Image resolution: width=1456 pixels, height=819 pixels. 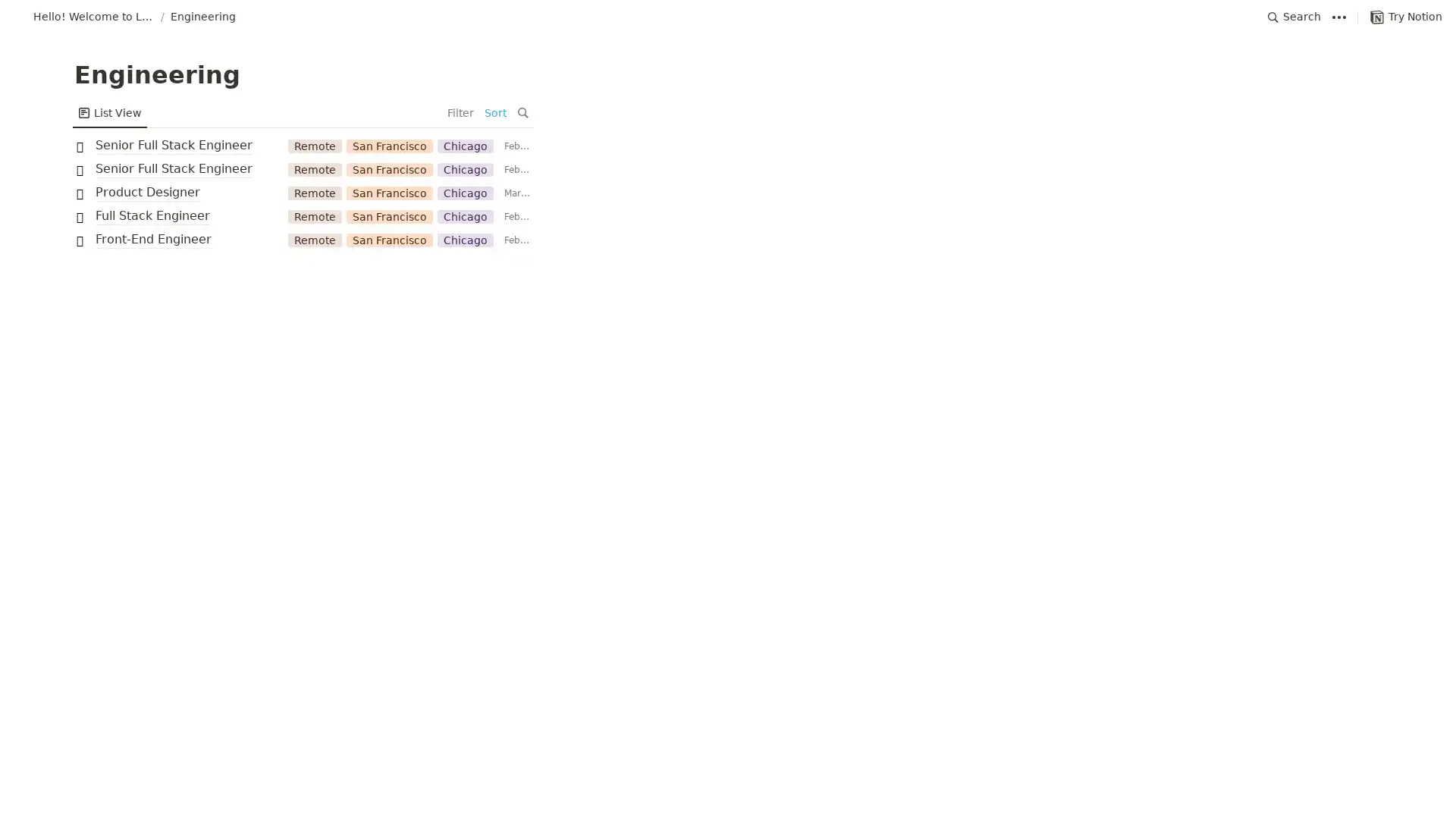 I want to click on Senior Full Stack Engineer Remote San Francisco Chicago February 26, 2022 2:41 PM, so click(x=728, y=146).